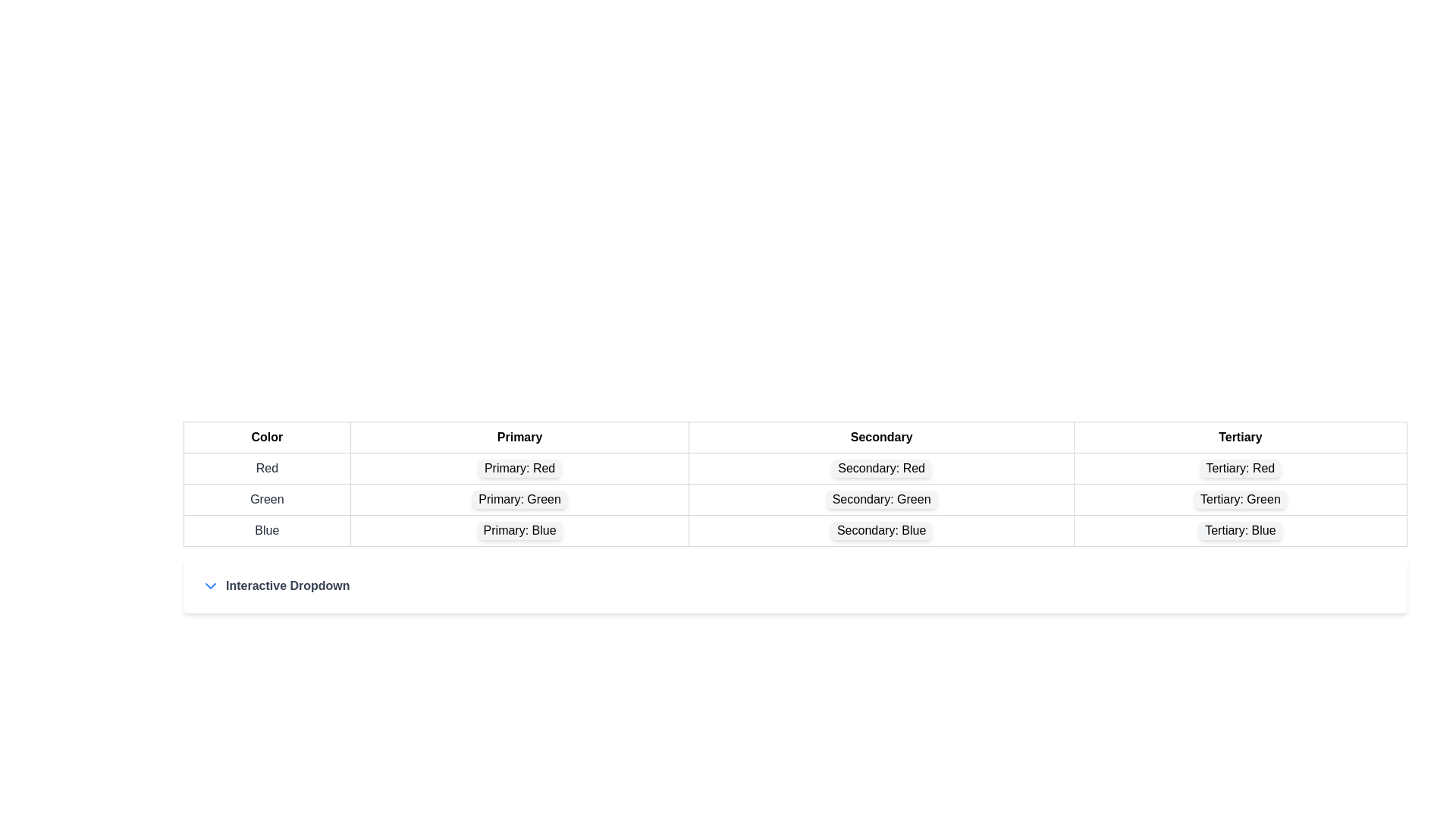 This screenshot has height=819, width=1456. What do you see at coordinates (1240, 529) in the screenshot?
I see `the button-like label labeled 'Tertiary: Blue', which is located in the last row of the table under the 'Tertiary' column, positioned as the third item in that row` at bounding box center [1240, 529].